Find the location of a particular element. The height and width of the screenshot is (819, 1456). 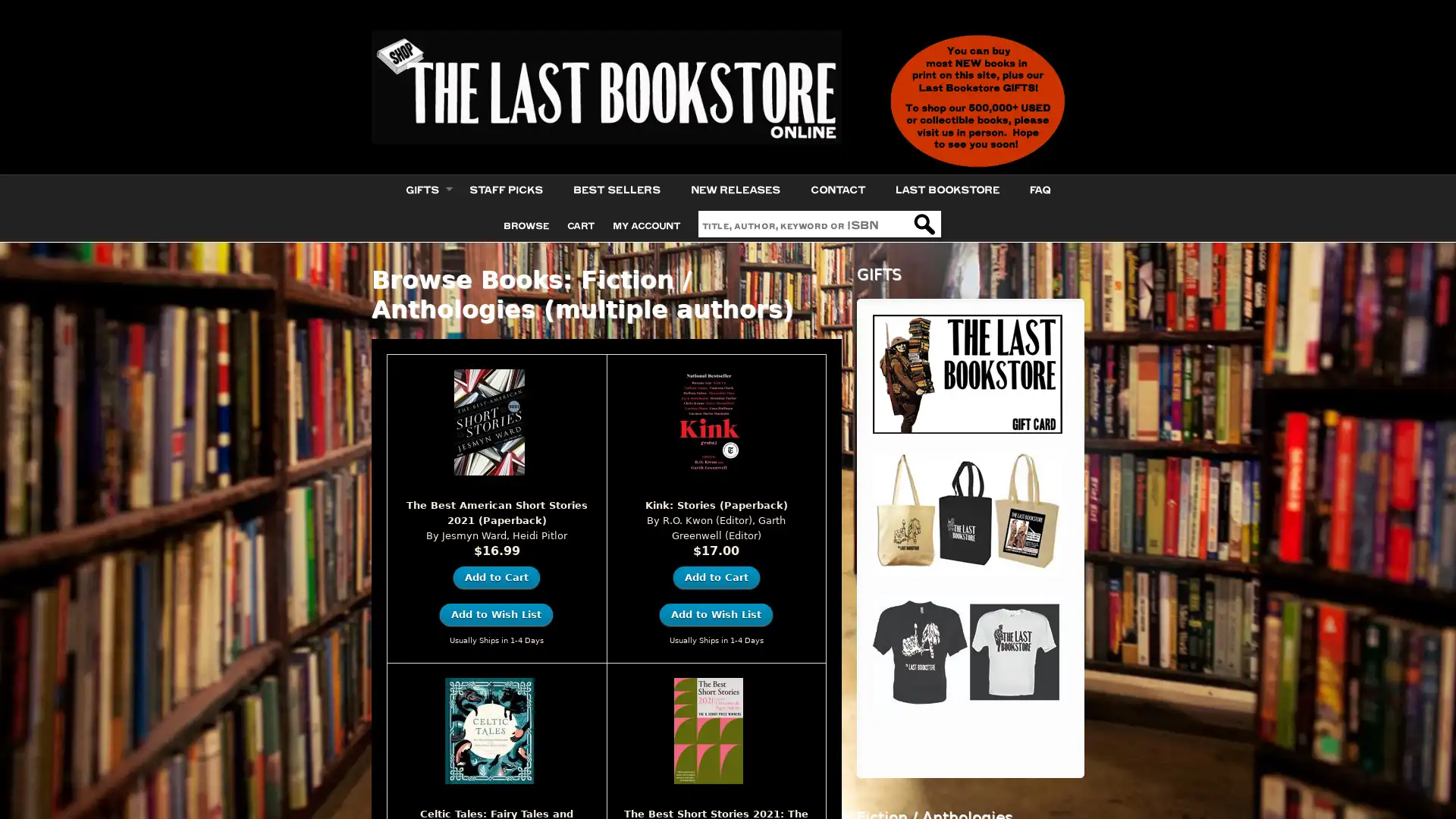

Add to Cart is located at coordinates (715, 576).